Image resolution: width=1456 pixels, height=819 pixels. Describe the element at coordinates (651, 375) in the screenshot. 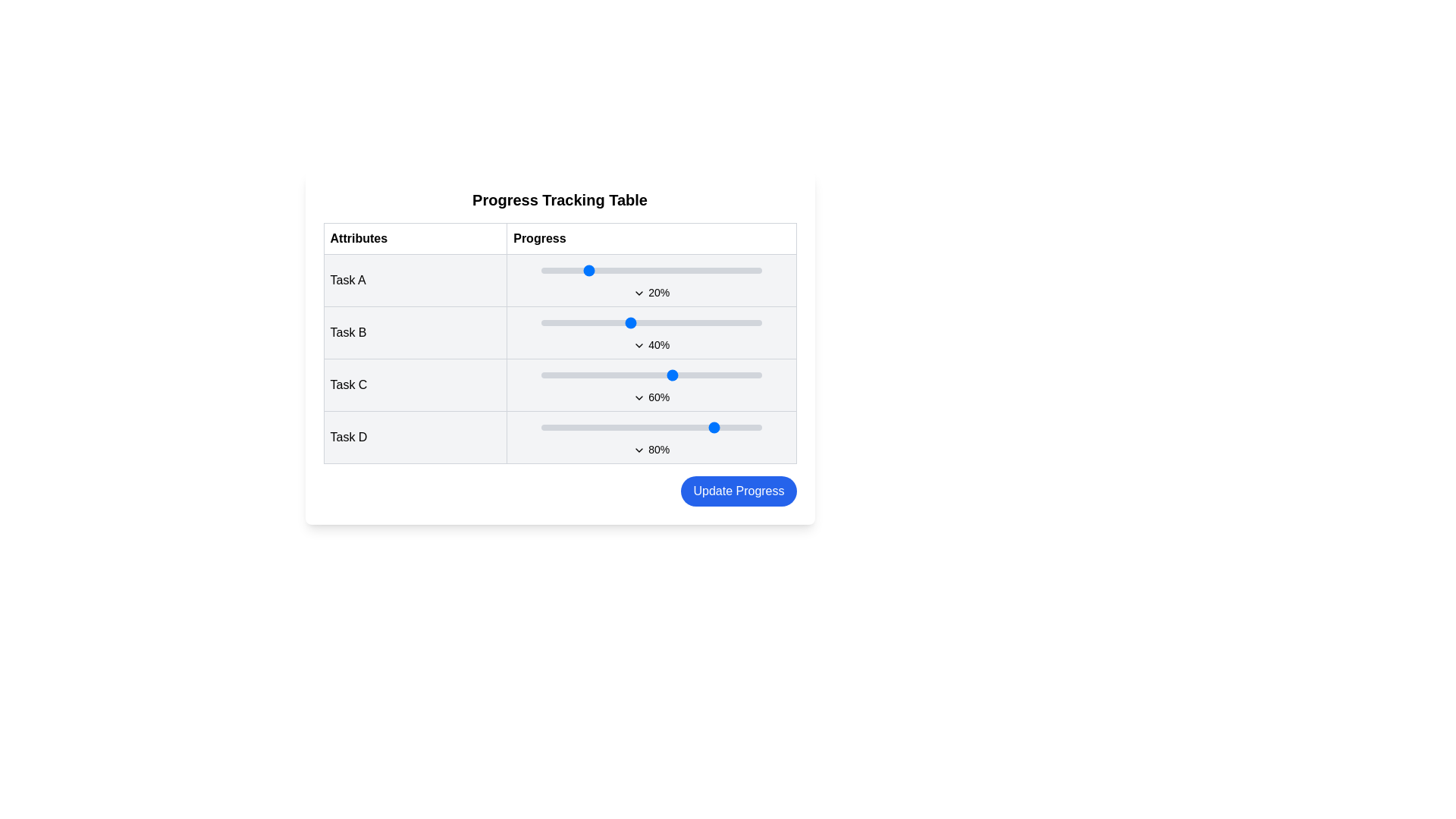

I see `the progress level` at that location.